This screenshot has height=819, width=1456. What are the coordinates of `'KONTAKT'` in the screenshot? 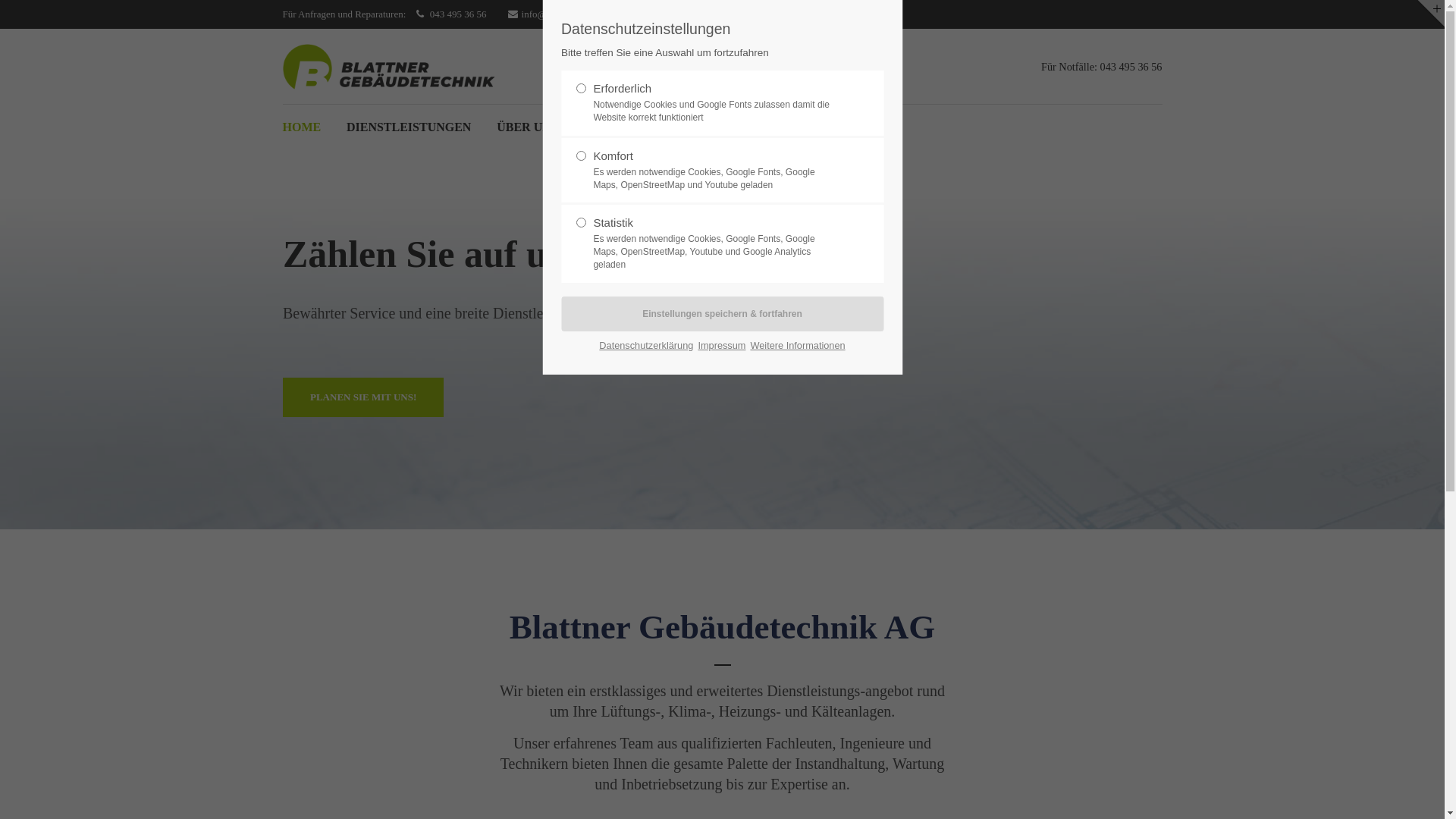 It's located at (613, 127).